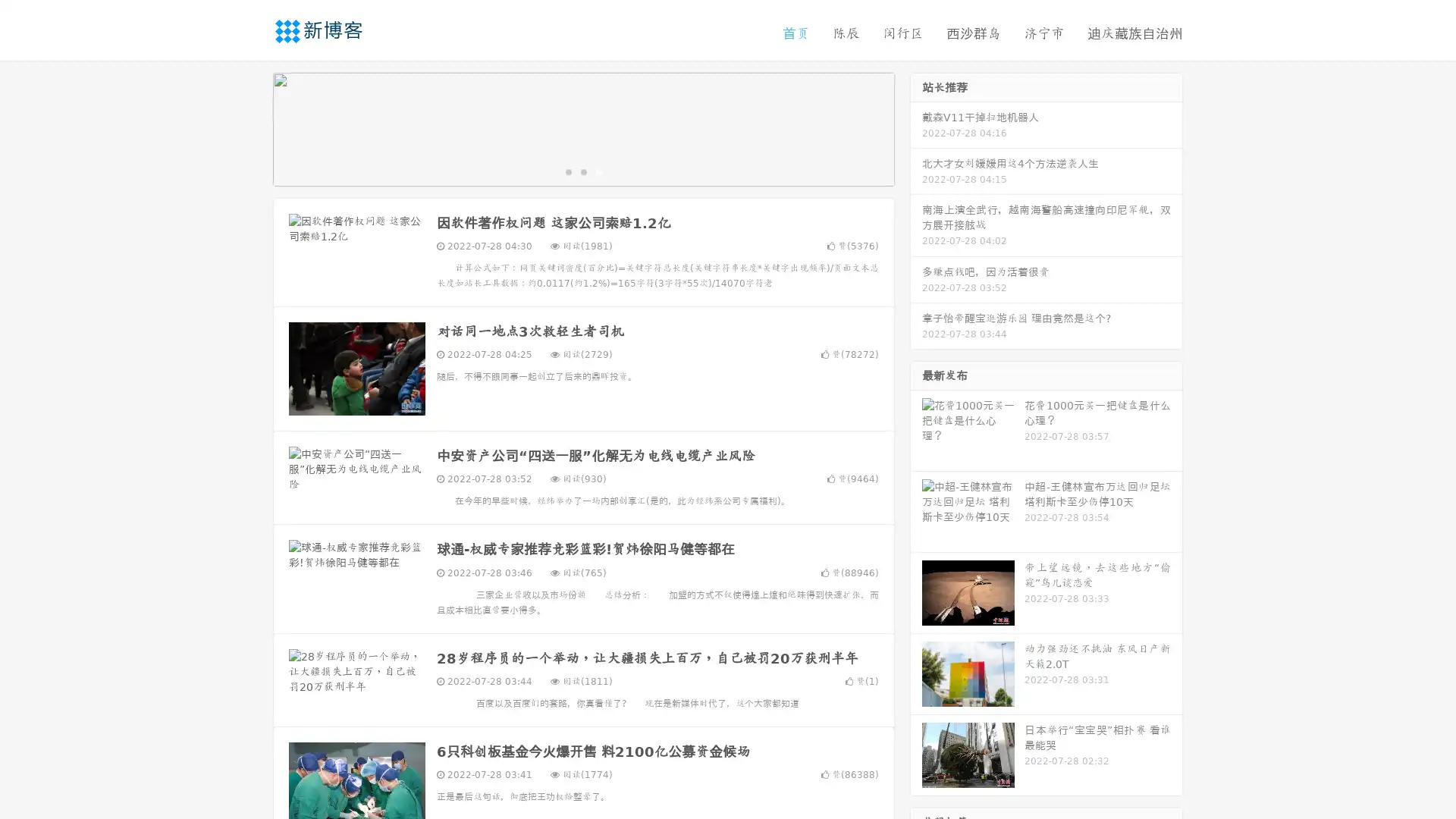  I want to click on Next slide, so click(916, 127).